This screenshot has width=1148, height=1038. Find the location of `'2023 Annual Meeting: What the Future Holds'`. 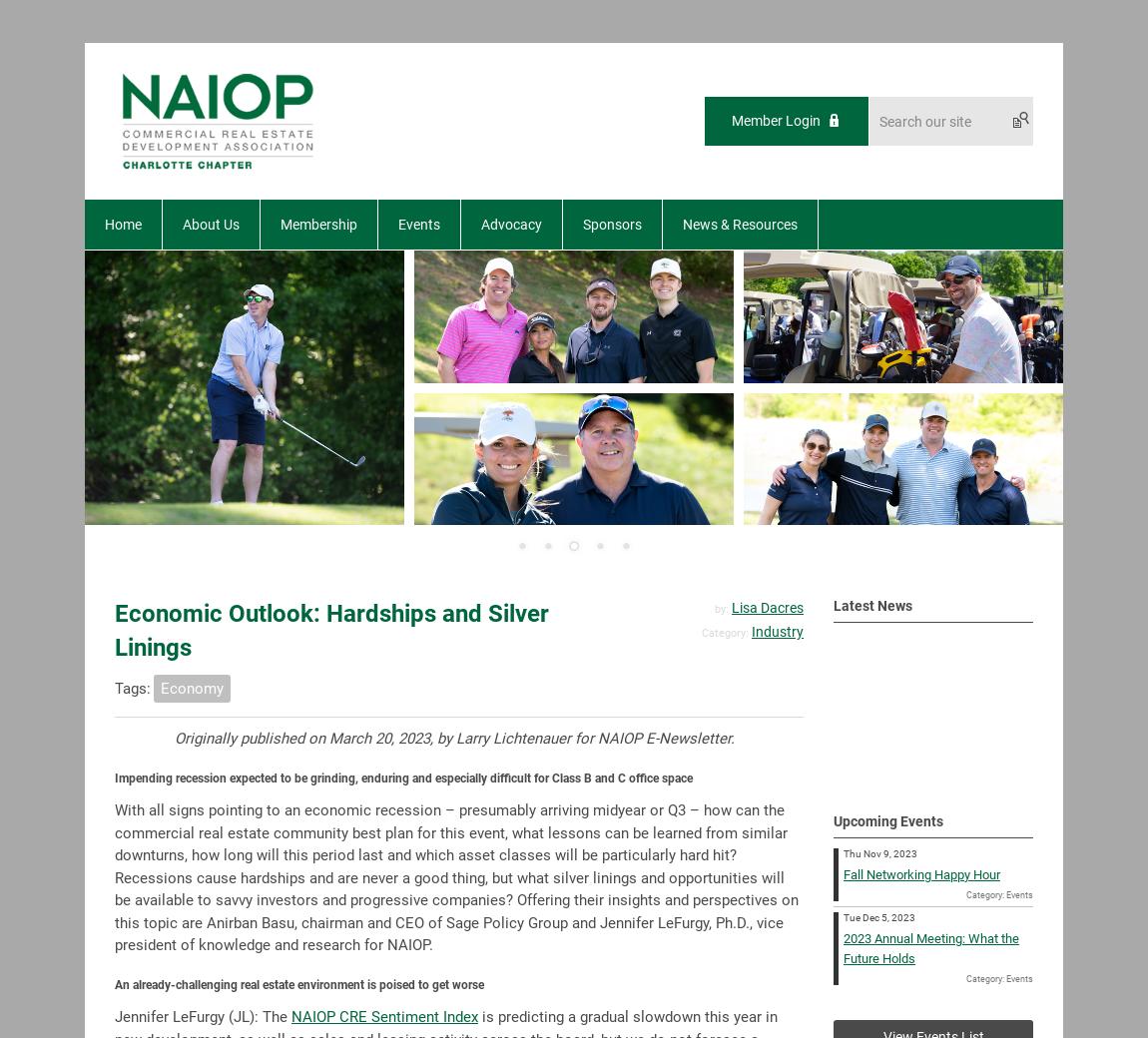

'2023 Annual Meeting: What the Future Holds' is located at coordinates (930, 948).